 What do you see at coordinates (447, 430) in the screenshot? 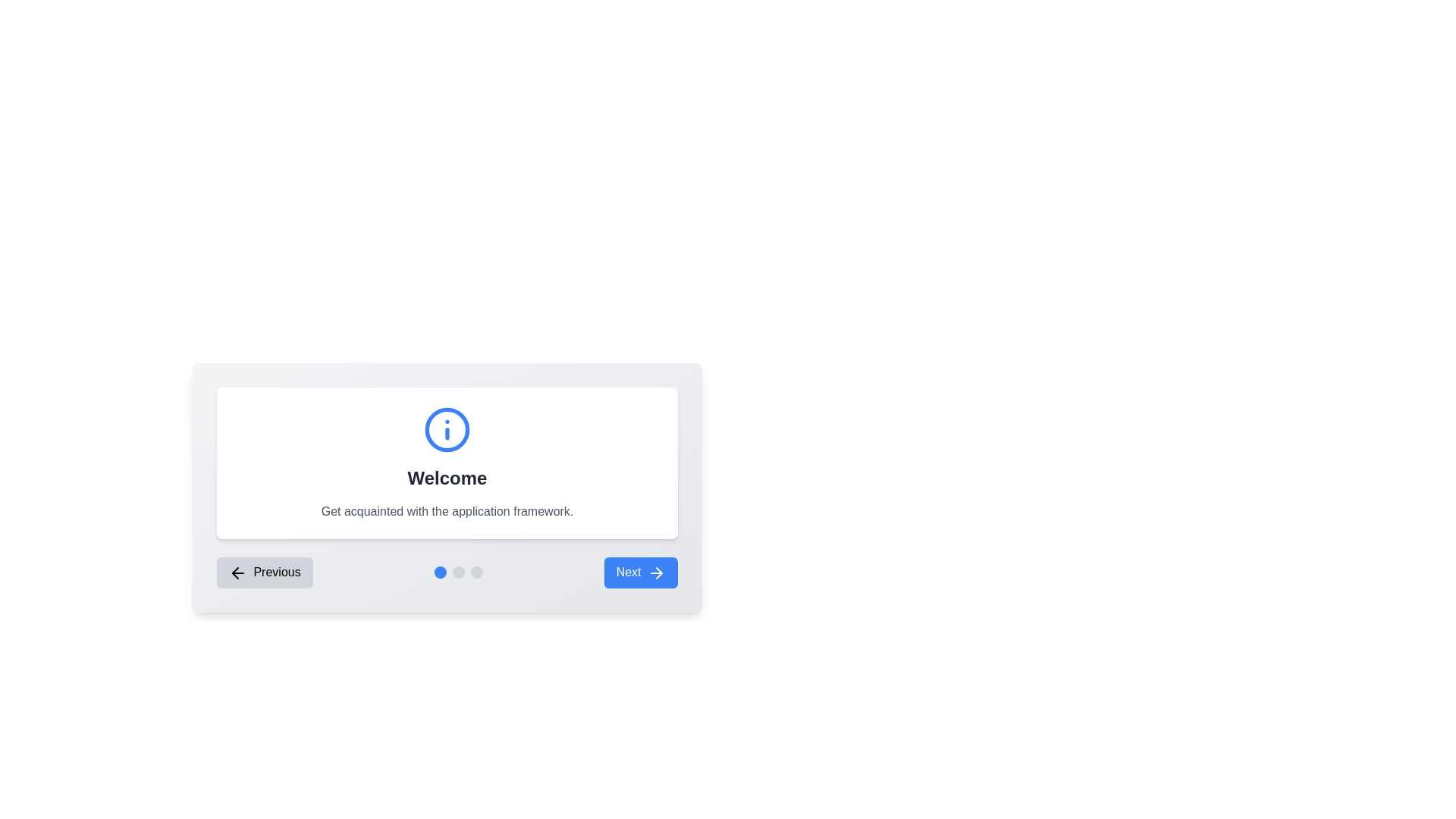
I see `the circular graphic element that is centered within the information icon, which is displayed above the text 'Welcome' in the card-like section` at bounding box center [447, 430].